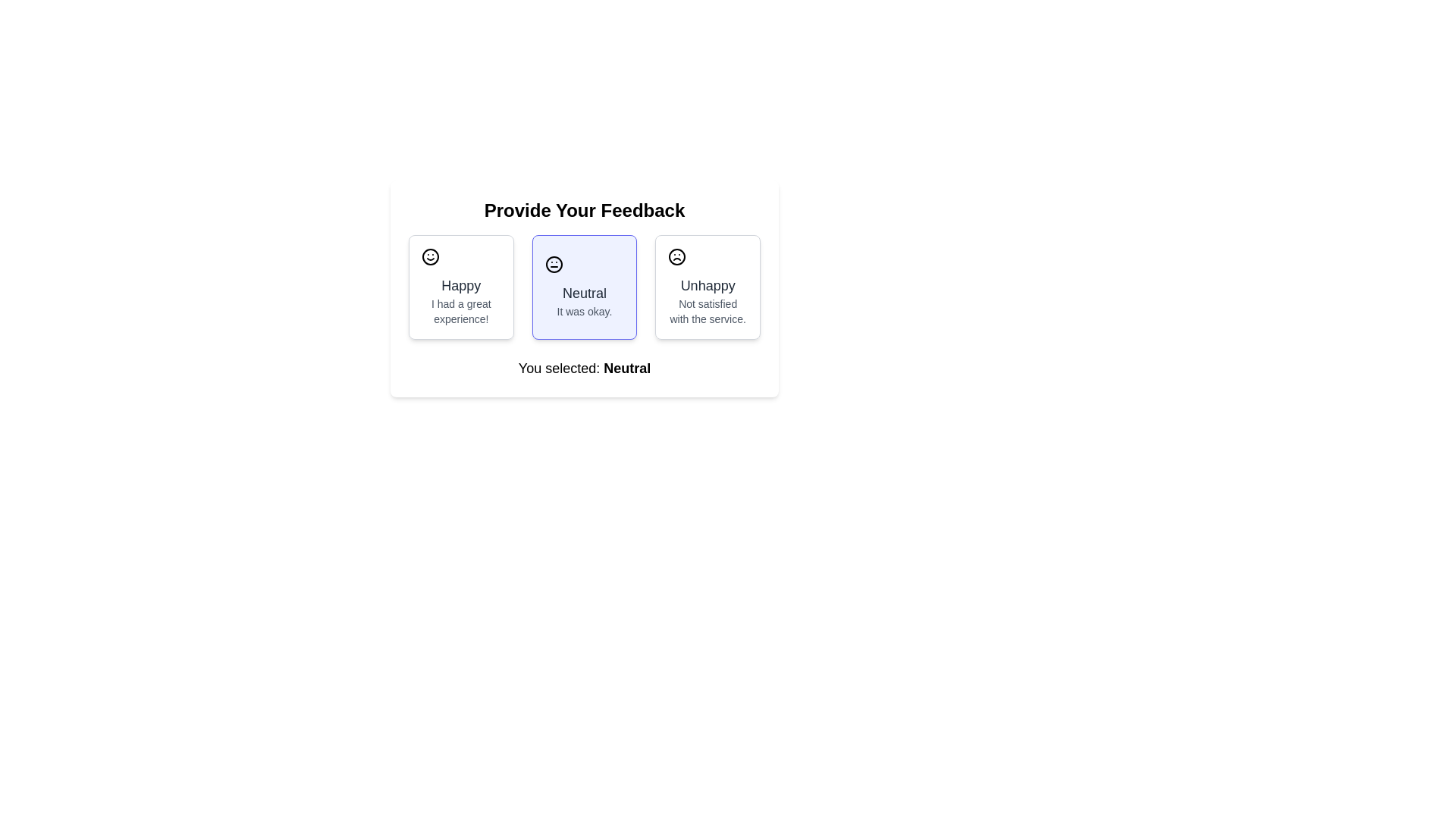 The image size is (1456, 819). What do you see at coordinates (553, 263) in the screenshot?
I see `the circular icon representing a neutral expression, which is located within the 'Neutral' feedback option beneath the 'Provide Your Feedback' heading` at bounding box center [553, 263].